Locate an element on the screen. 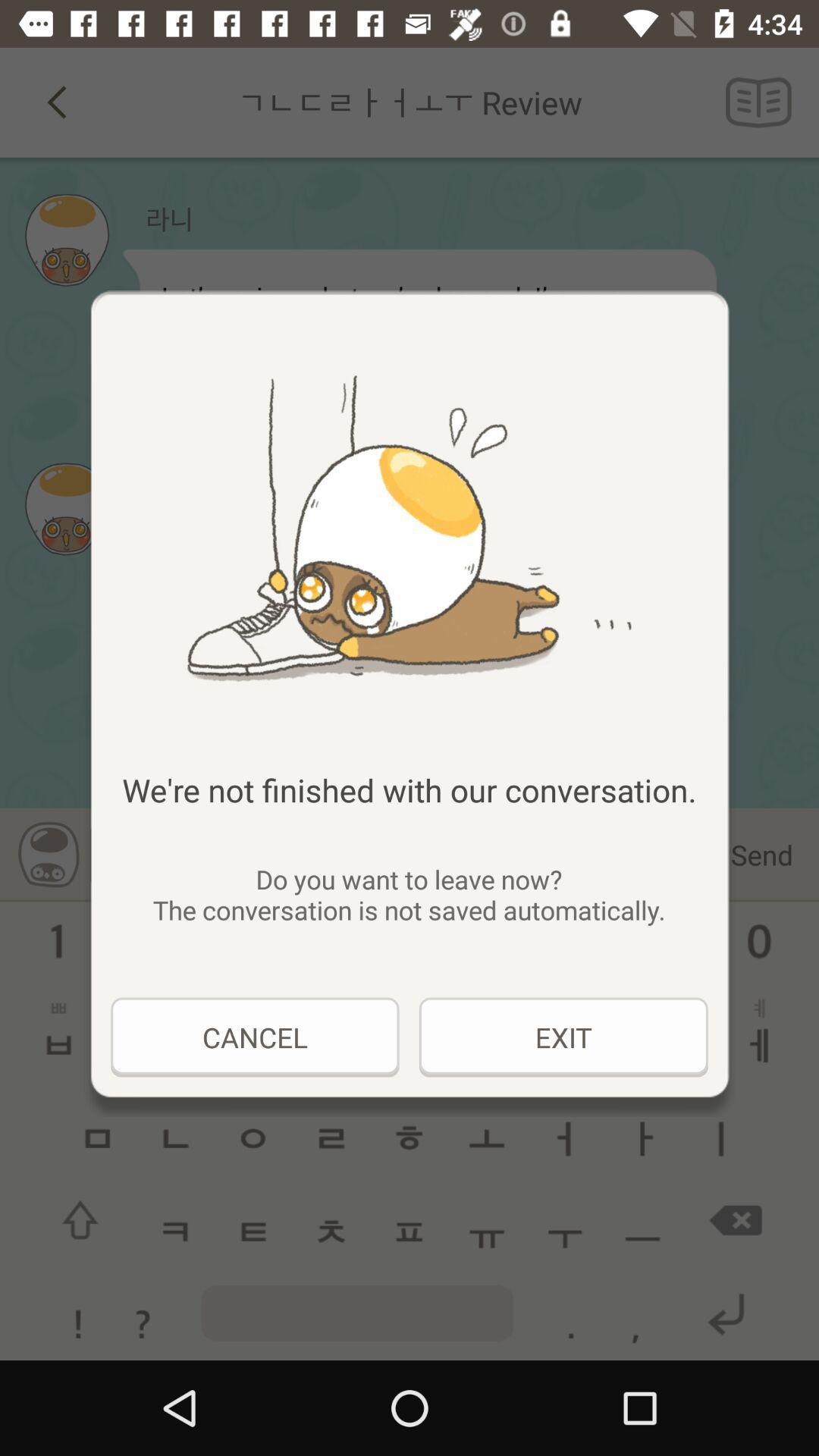 This screenshot has height=1456, width=819. the icon to the right of cancel item is located at coordinates (563, 1037).